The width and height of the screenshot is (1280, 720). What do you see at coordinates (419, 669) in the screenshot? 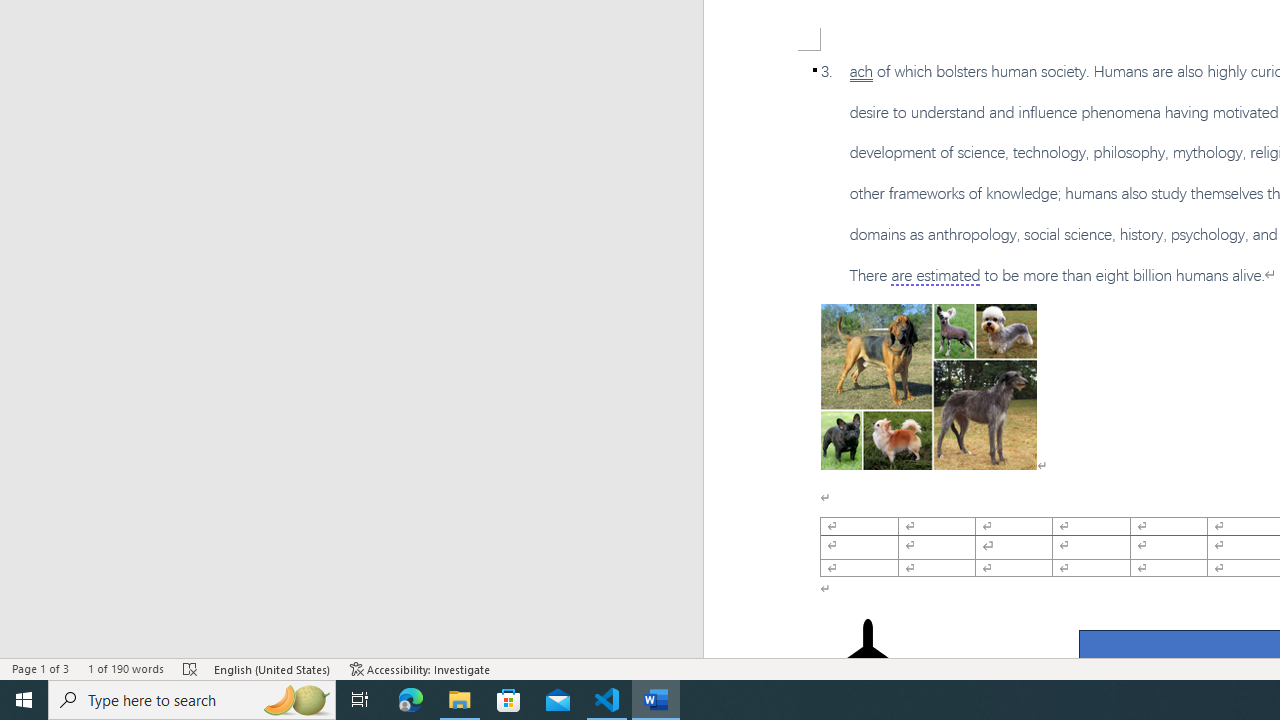
I see `'Accessibility Checker Accessibility: Investigate'` at bounding box center [419, 669].